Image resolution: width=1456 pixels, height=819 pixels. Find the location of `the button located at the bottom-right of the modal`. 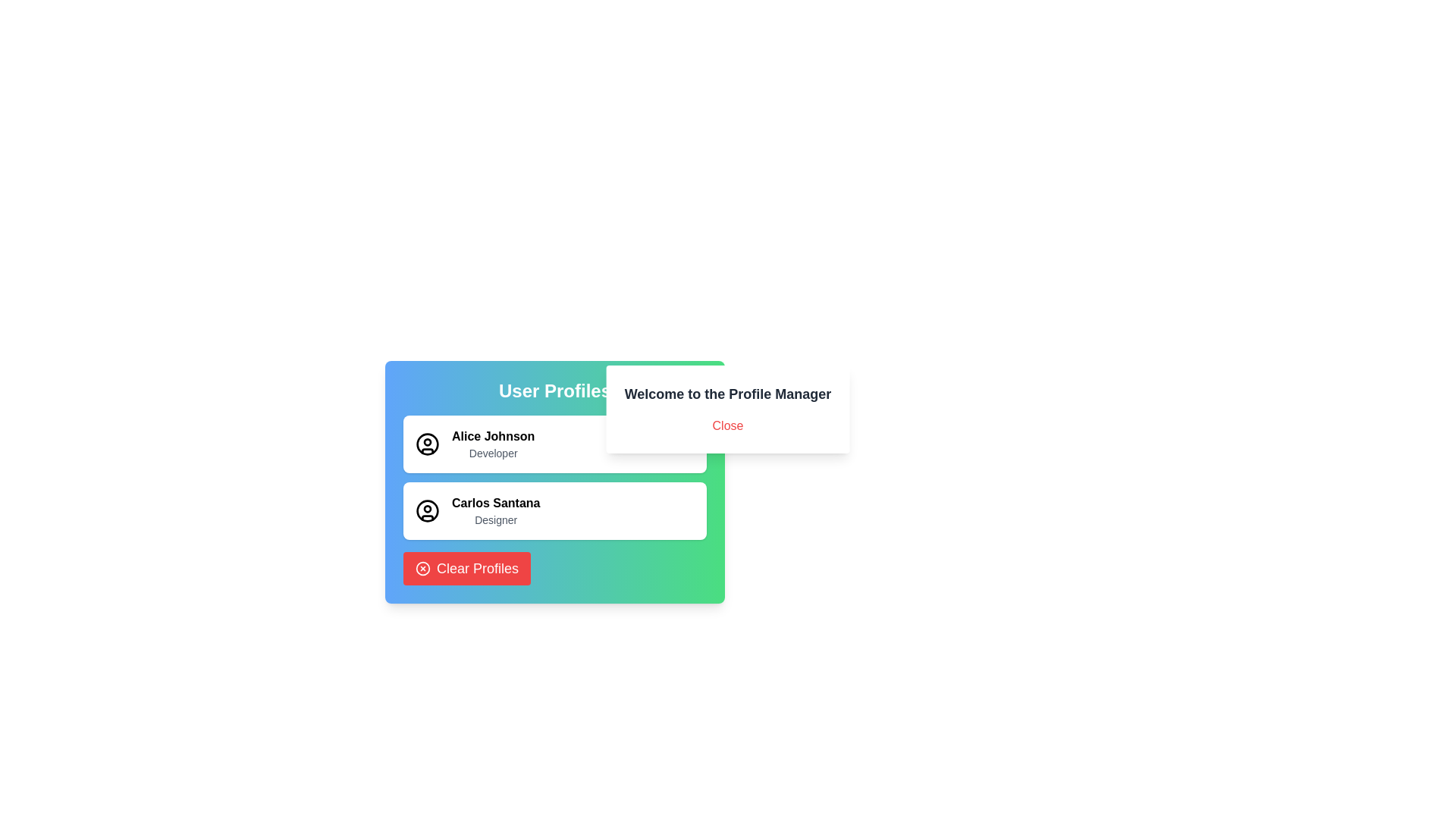

the button located at the bottom-right of the modal is located at coordinates (728, 426).